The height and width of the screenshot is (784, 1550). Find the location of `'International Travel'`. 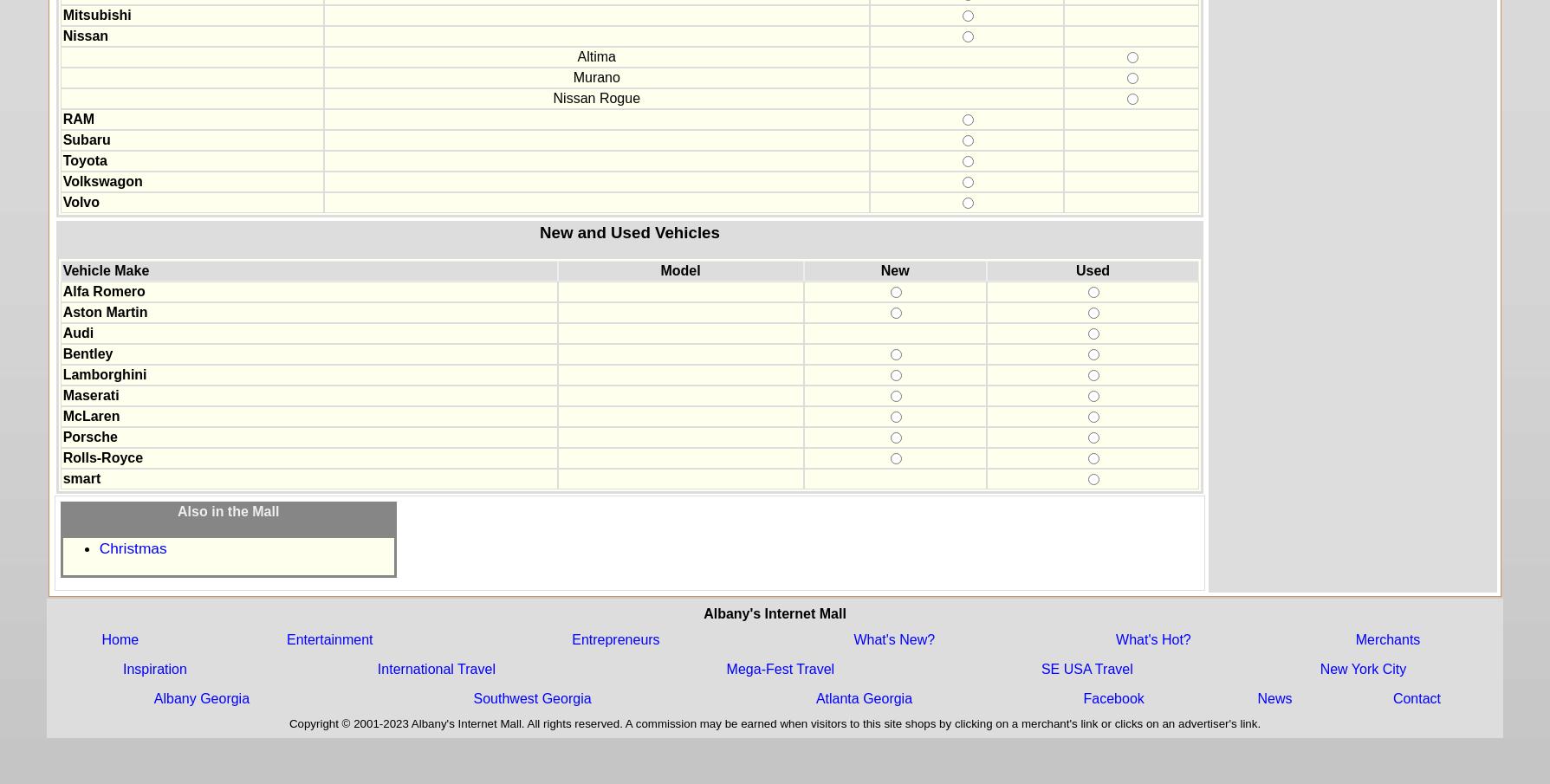

'International Travel' is located at coordinates (435, 668).